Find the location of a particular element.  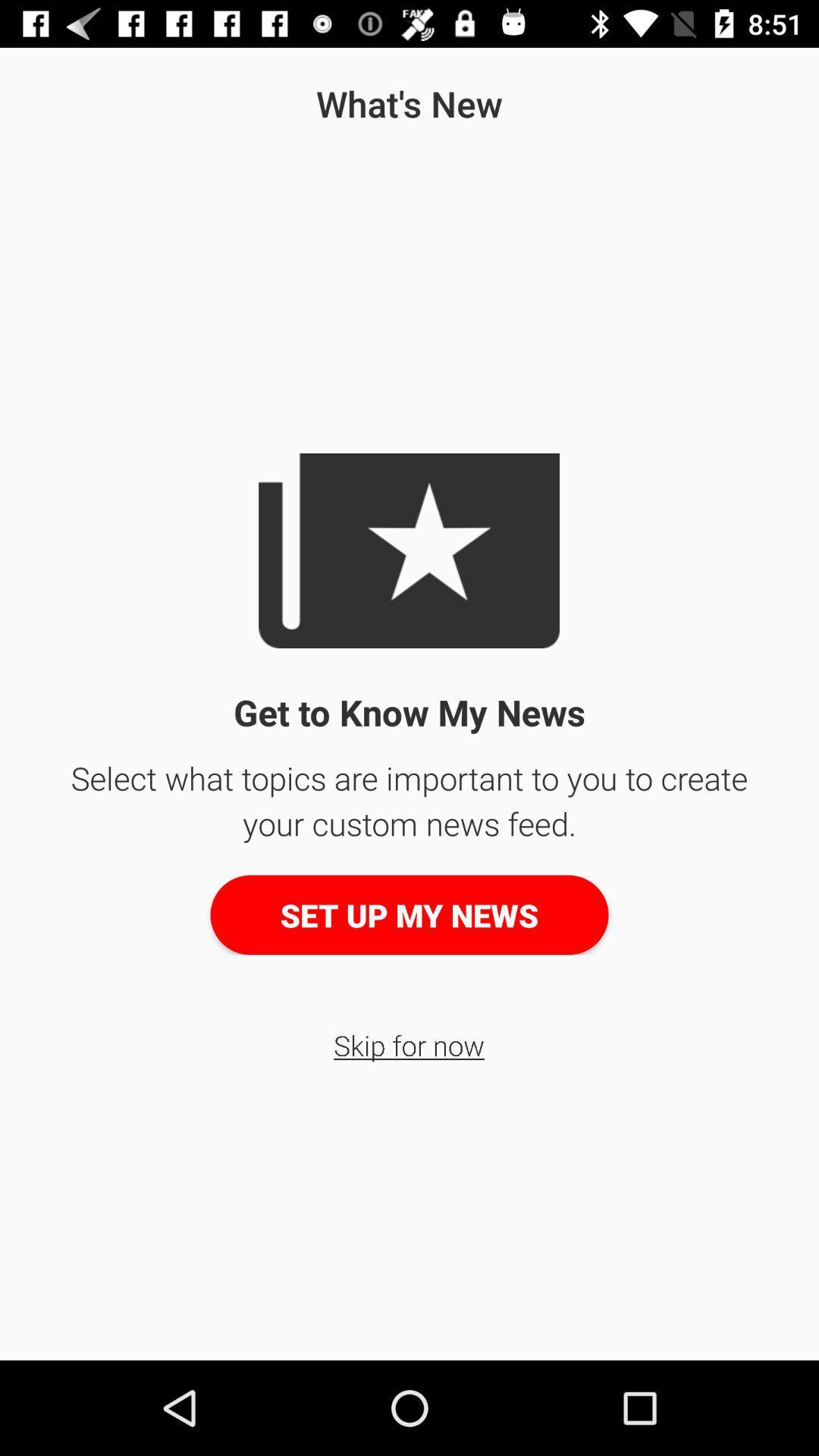

the skip for now is located at coordinates (408, 1044).